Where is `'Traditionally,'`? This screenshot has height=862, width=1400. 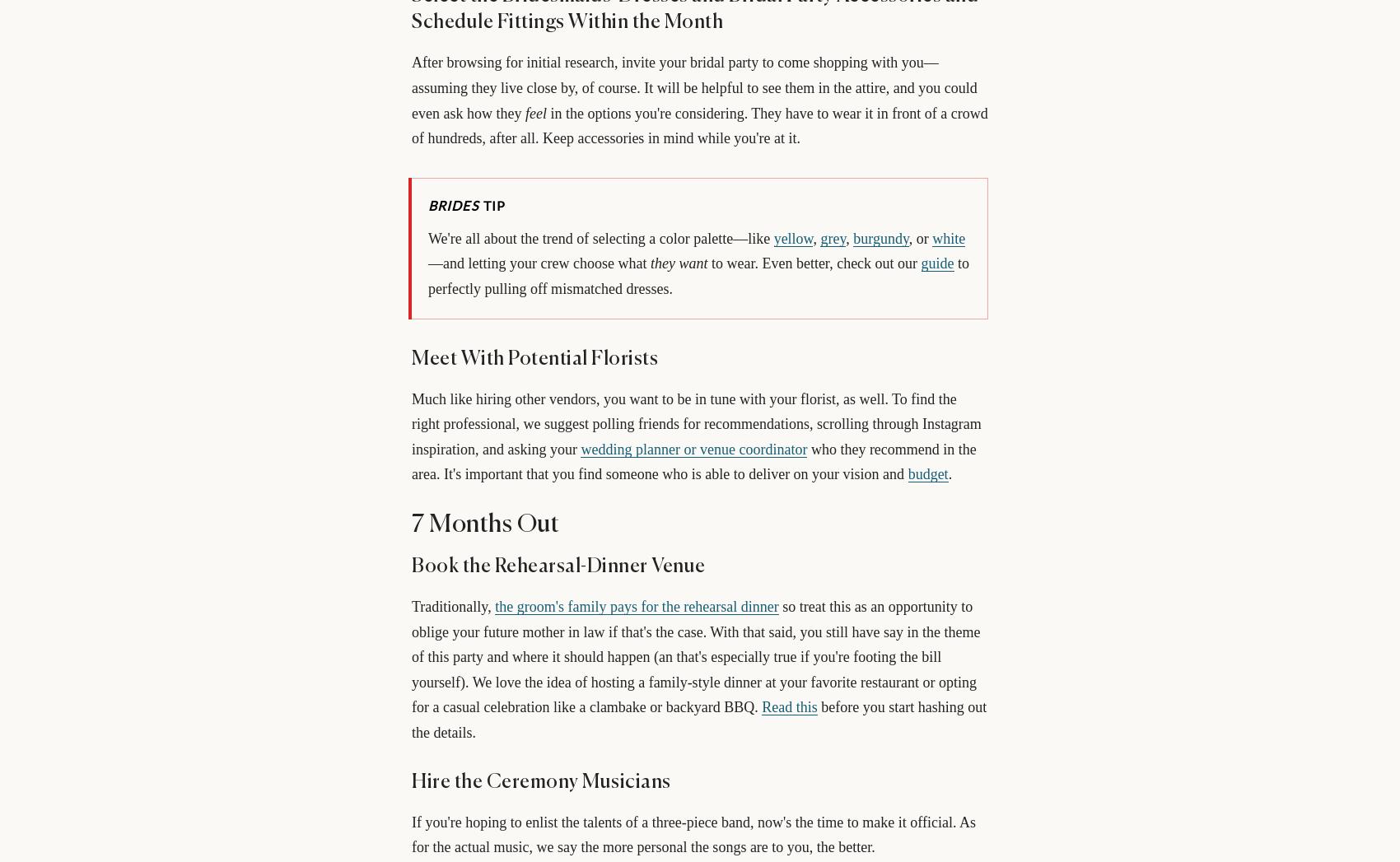
'Traditionally,' is located at coordinates (452, 606).